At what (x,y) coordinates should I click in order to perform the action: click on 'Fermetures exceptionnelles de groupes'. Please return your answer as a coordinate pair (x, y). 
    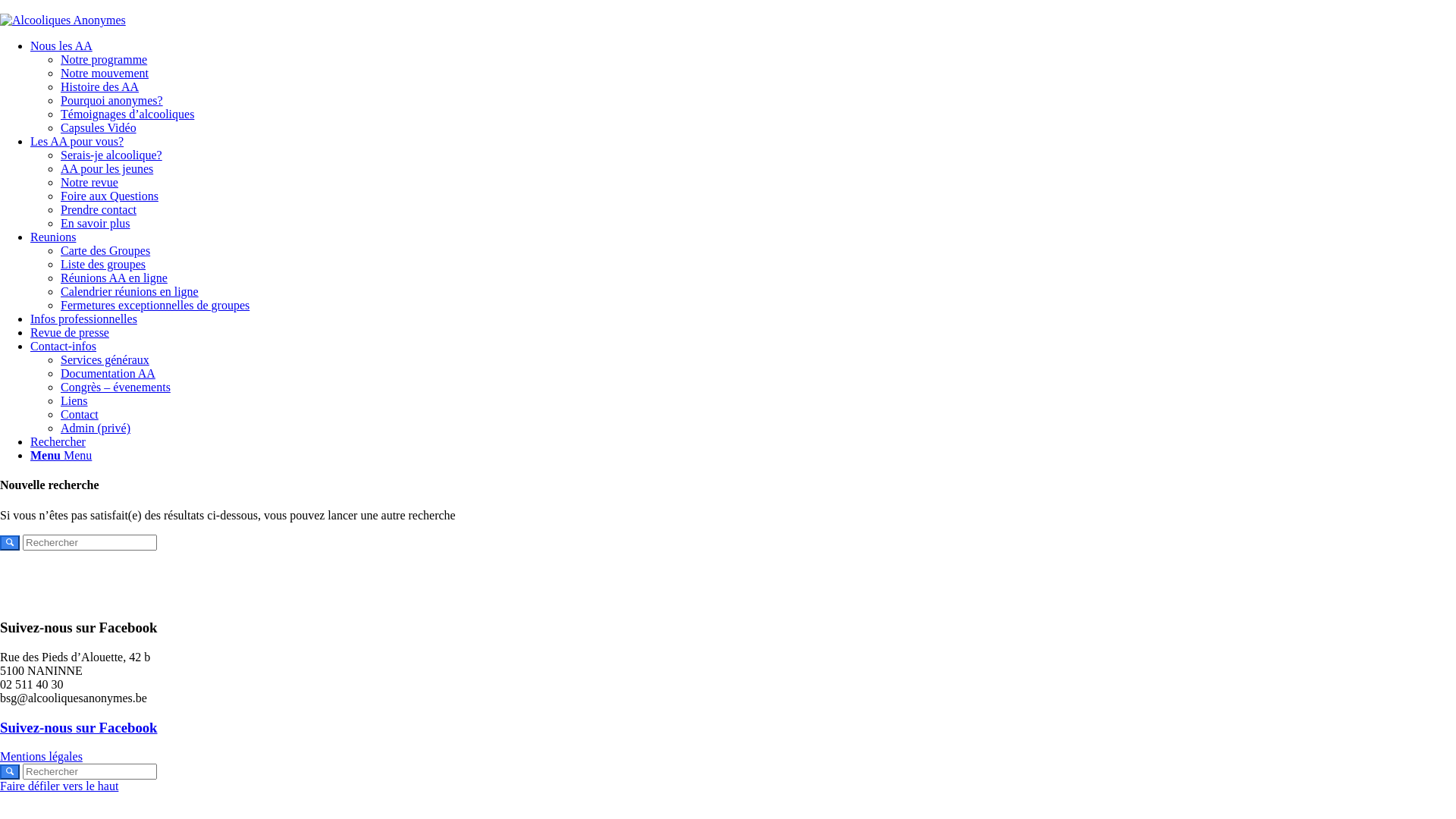
    Looking at the image, I should click on (155, 305).